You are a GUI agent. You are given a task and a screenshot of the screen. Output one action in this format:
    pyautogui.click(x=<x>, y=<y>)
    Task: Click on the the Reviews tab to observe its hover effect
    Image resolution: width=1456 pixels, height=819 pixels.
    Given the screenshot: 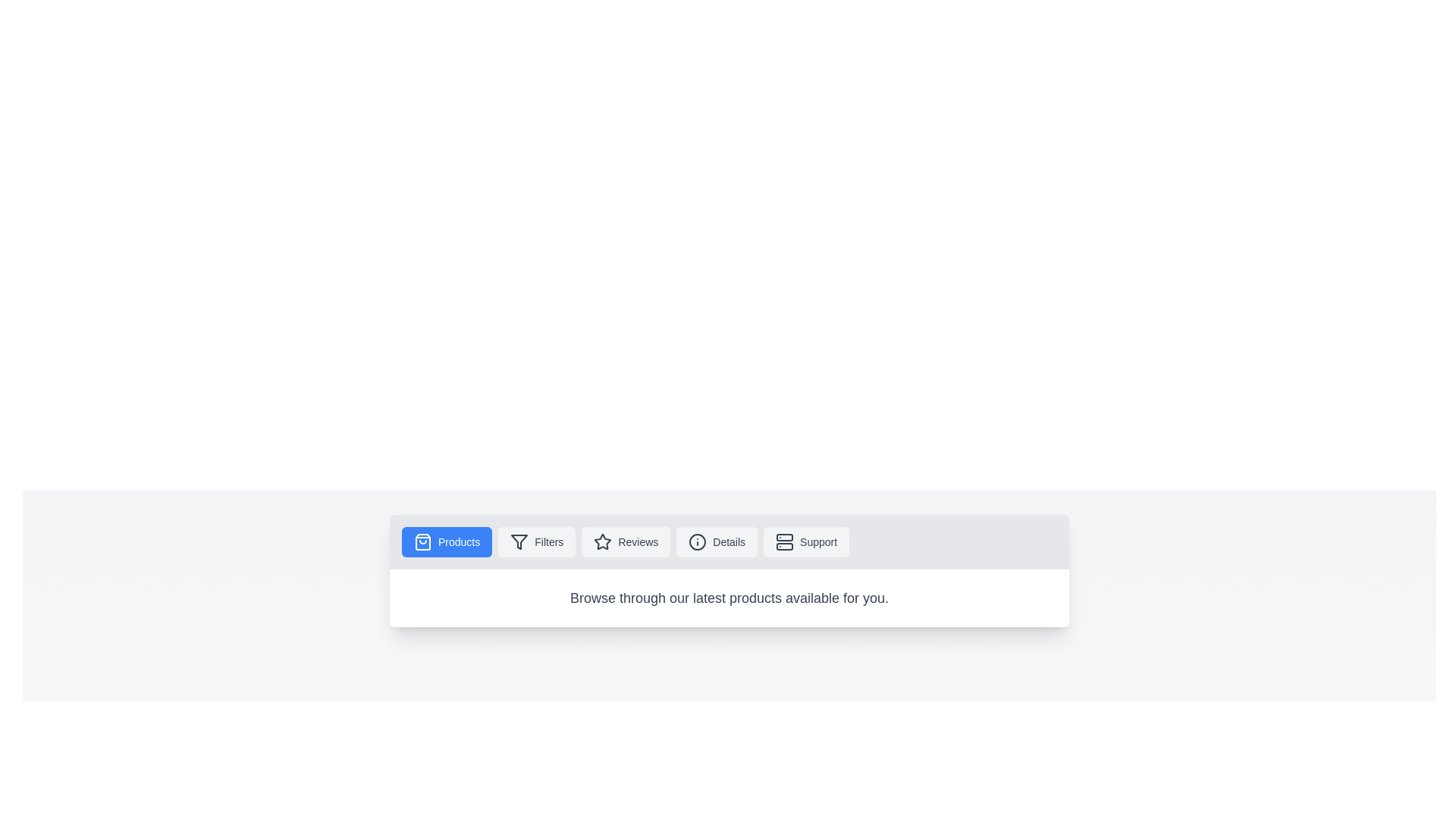 What is the action you would take?
    pyautogui.click(x=626, y=541)
    